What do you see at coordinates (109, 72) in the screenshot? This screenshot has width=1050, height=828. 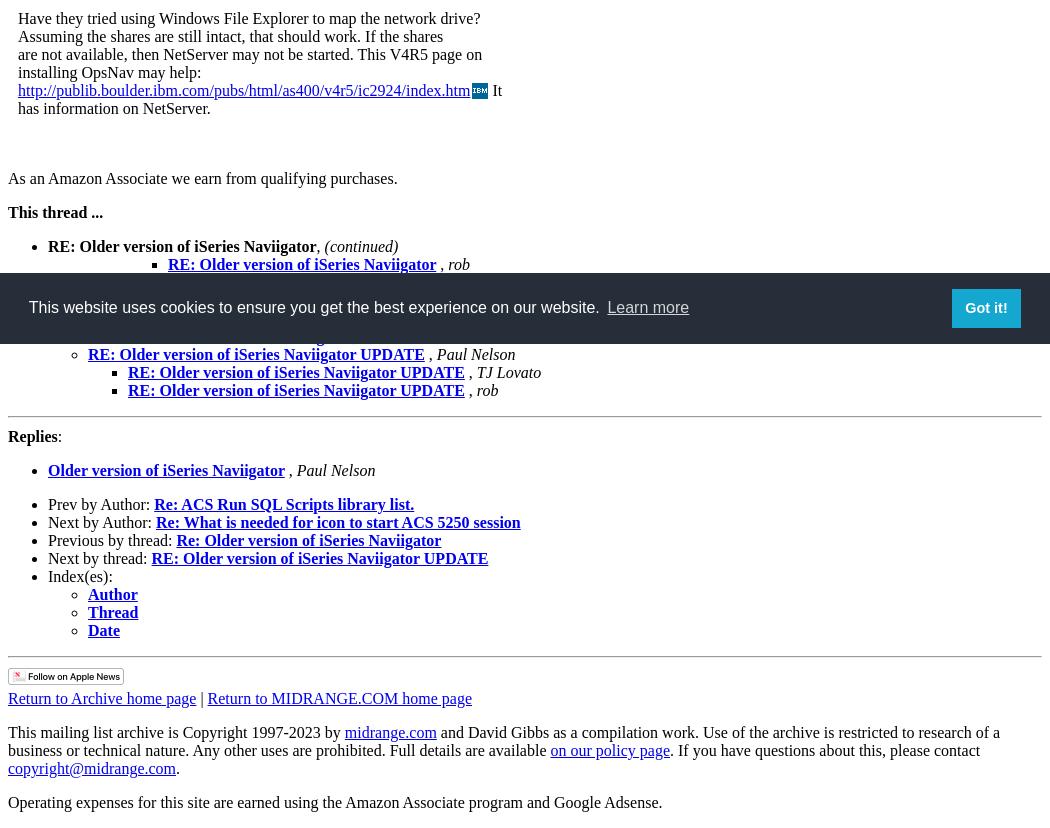 I see `'installing OpsNav may help:'` at bounding box center [109, 72].